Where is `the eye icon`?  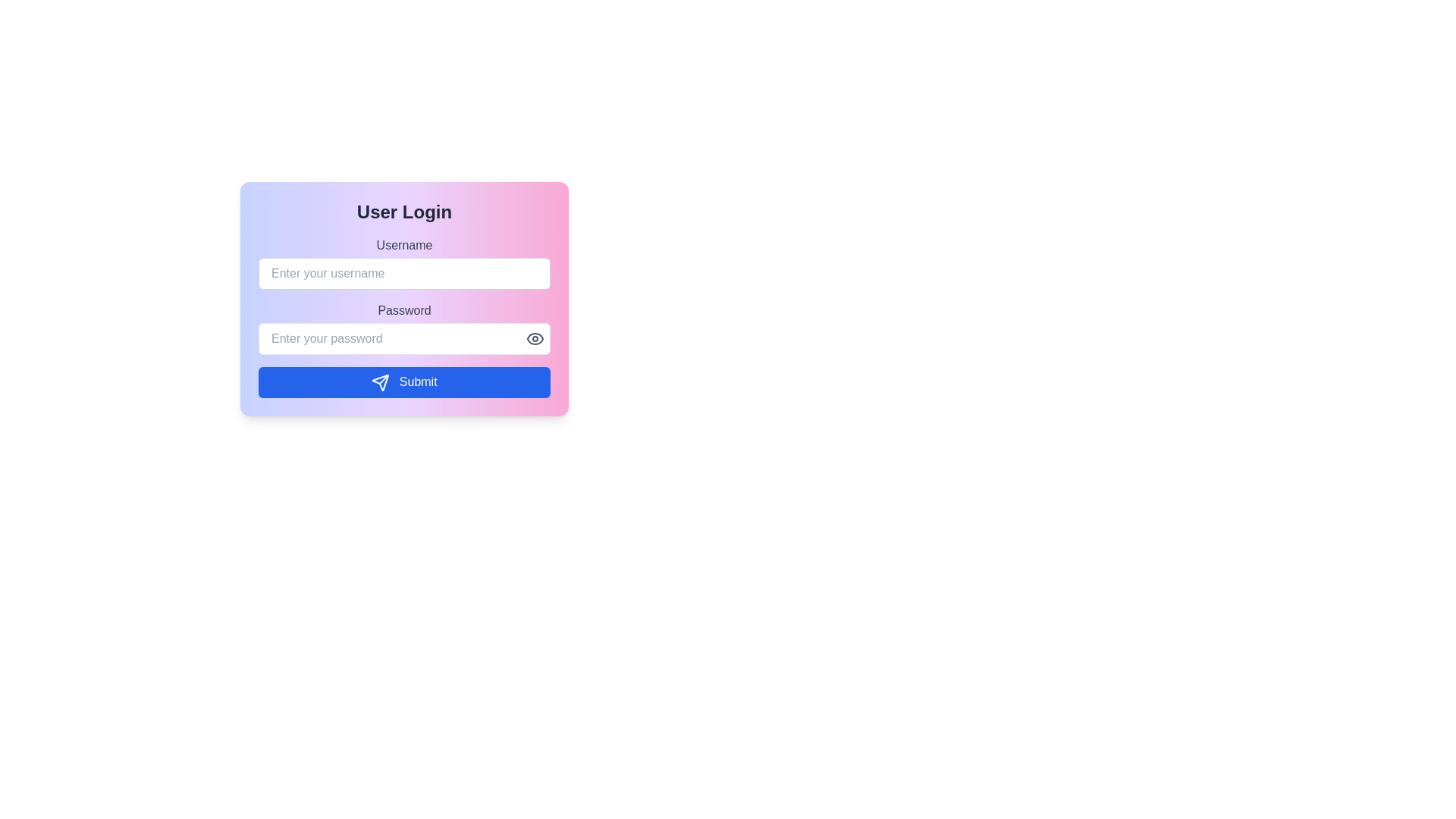 the eye icon is located at coordinates (404, 327).